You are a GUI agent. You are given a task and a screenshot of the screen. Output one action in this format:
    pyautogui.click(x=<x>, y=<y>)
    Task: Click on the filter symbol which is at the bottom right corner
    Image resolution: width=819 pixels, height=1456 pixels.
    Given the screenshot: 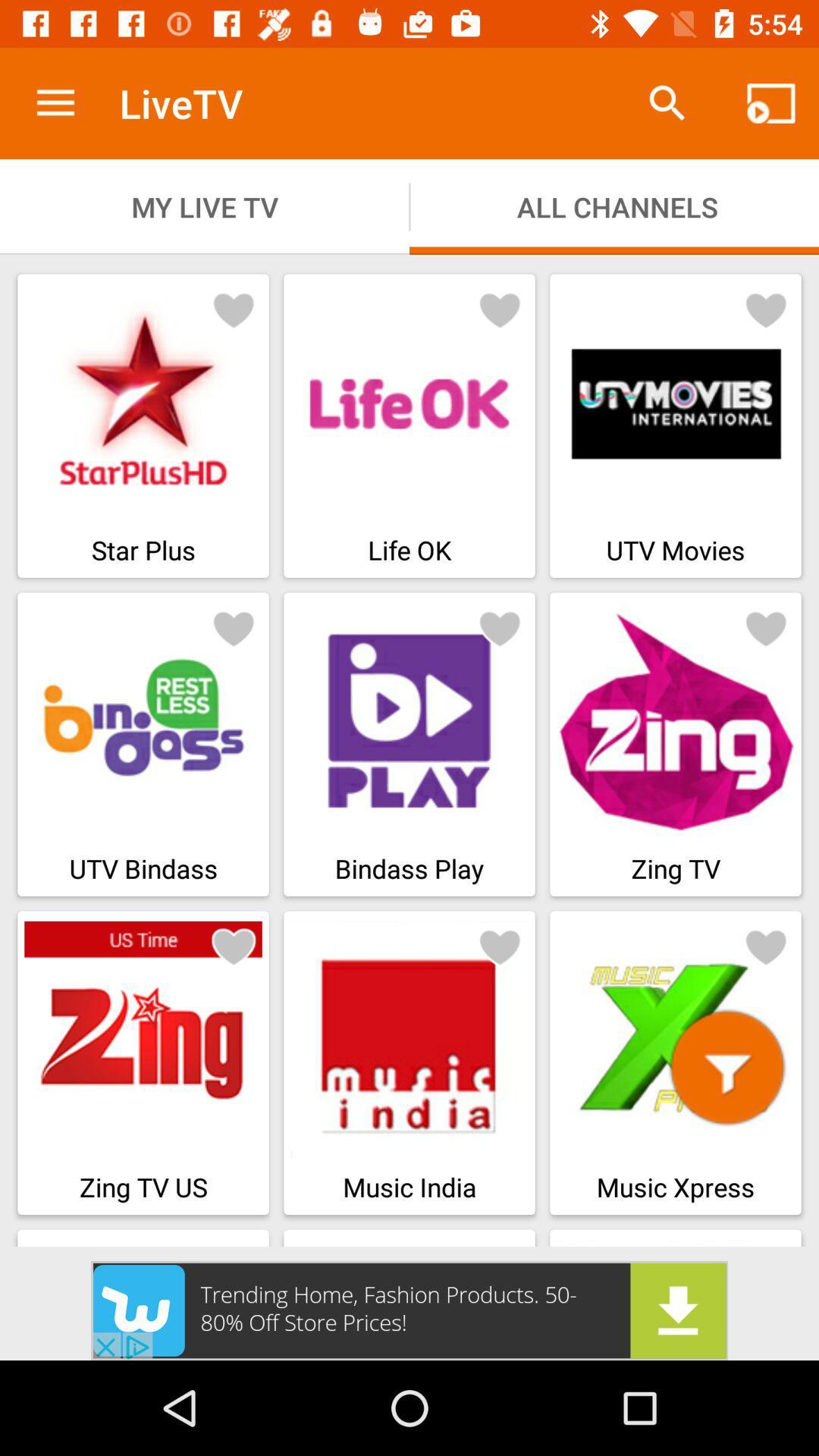 What is the action you would take?
    pyautogui.click(x=726, y=1066)
    